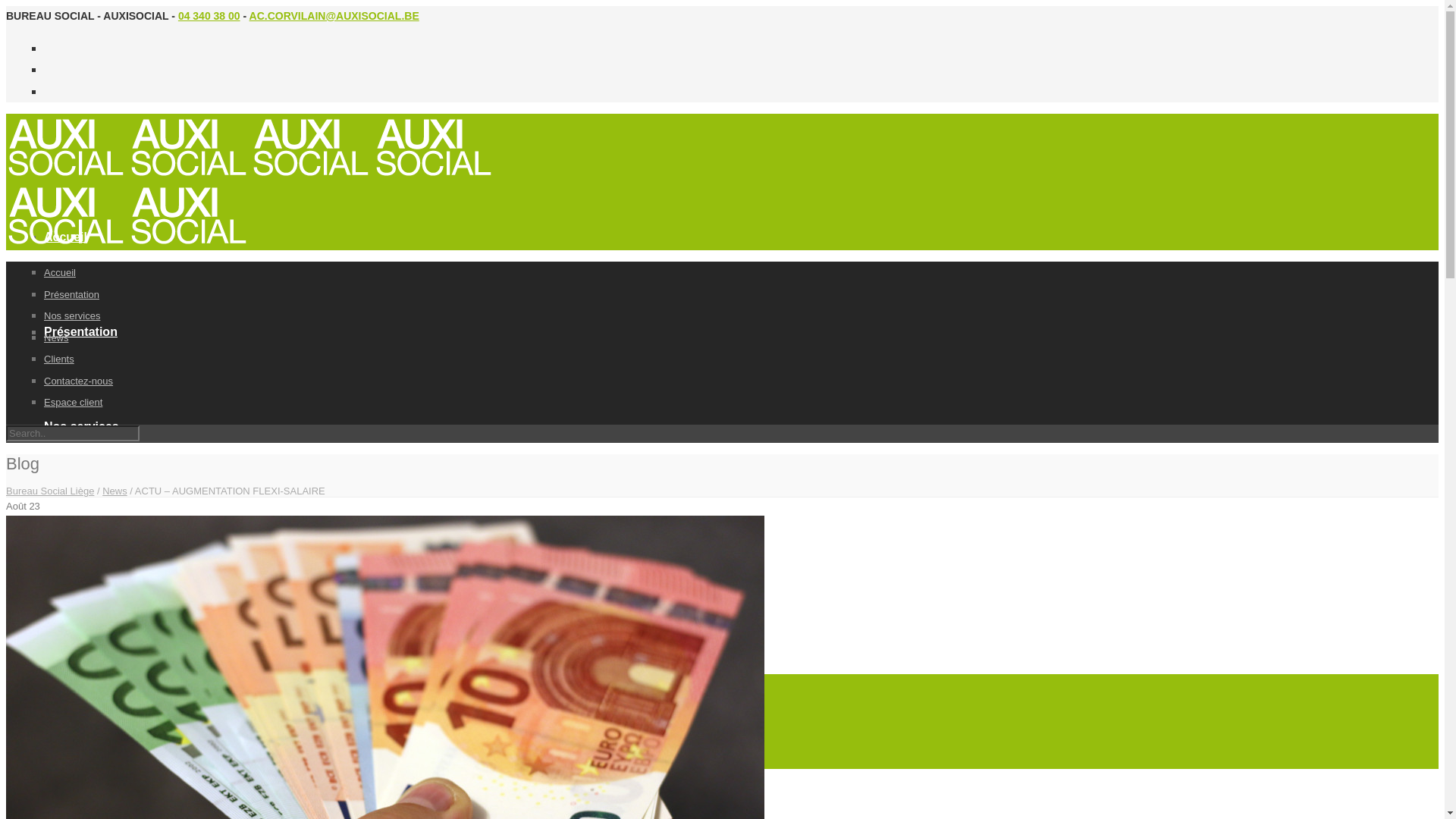 The width and height of the screenshot is (1456, 819). What do you see at coordinates (334, 15) in the screenshot?
I see `'AC.CORVILAIN@AUXISOCIAL.BE'` at bounding box center [334, 15].